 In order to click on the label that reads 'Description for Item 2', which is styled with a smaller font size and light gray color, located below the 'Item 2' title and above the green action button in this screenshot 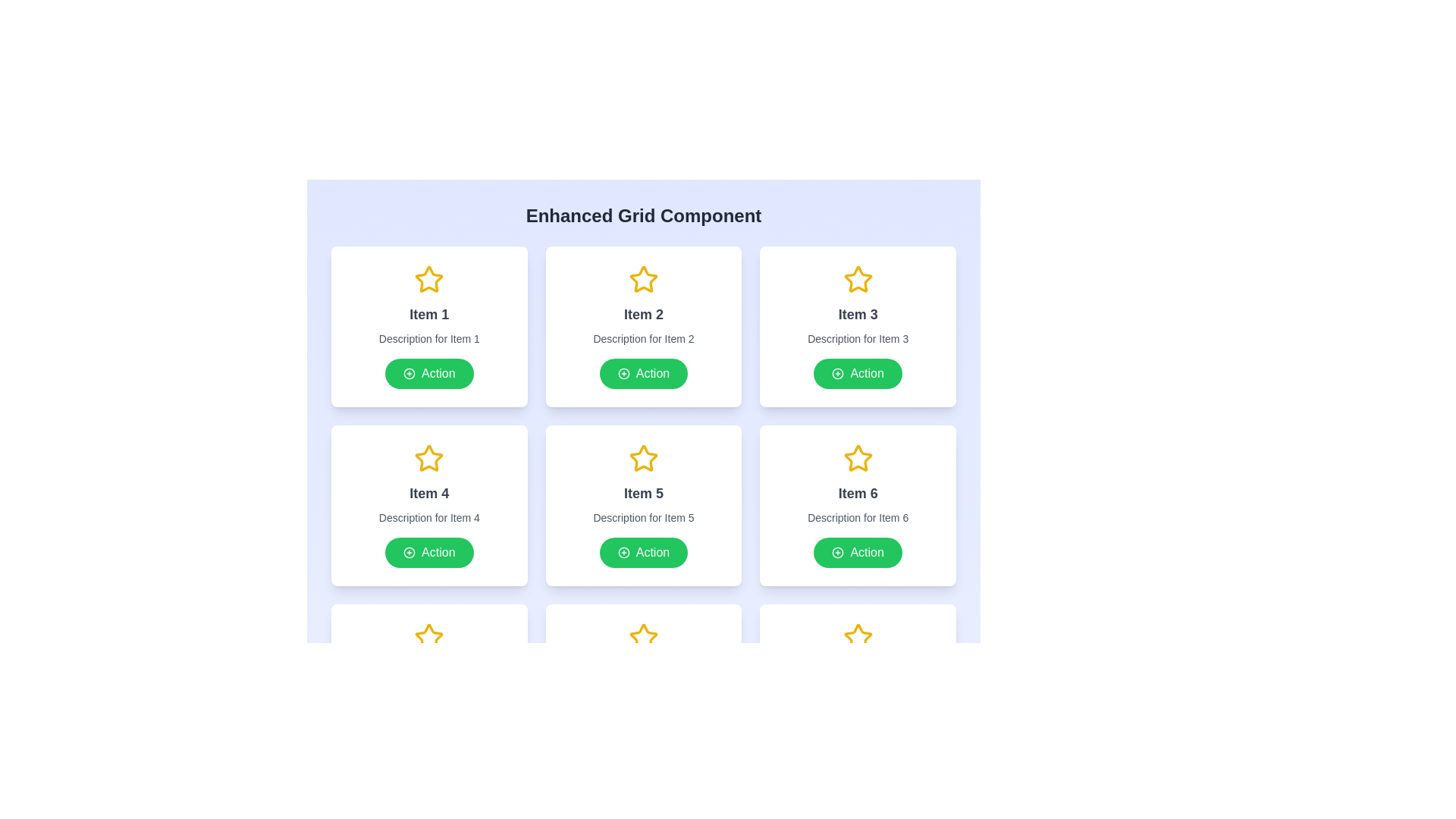, I will do `click(644, 338)`.